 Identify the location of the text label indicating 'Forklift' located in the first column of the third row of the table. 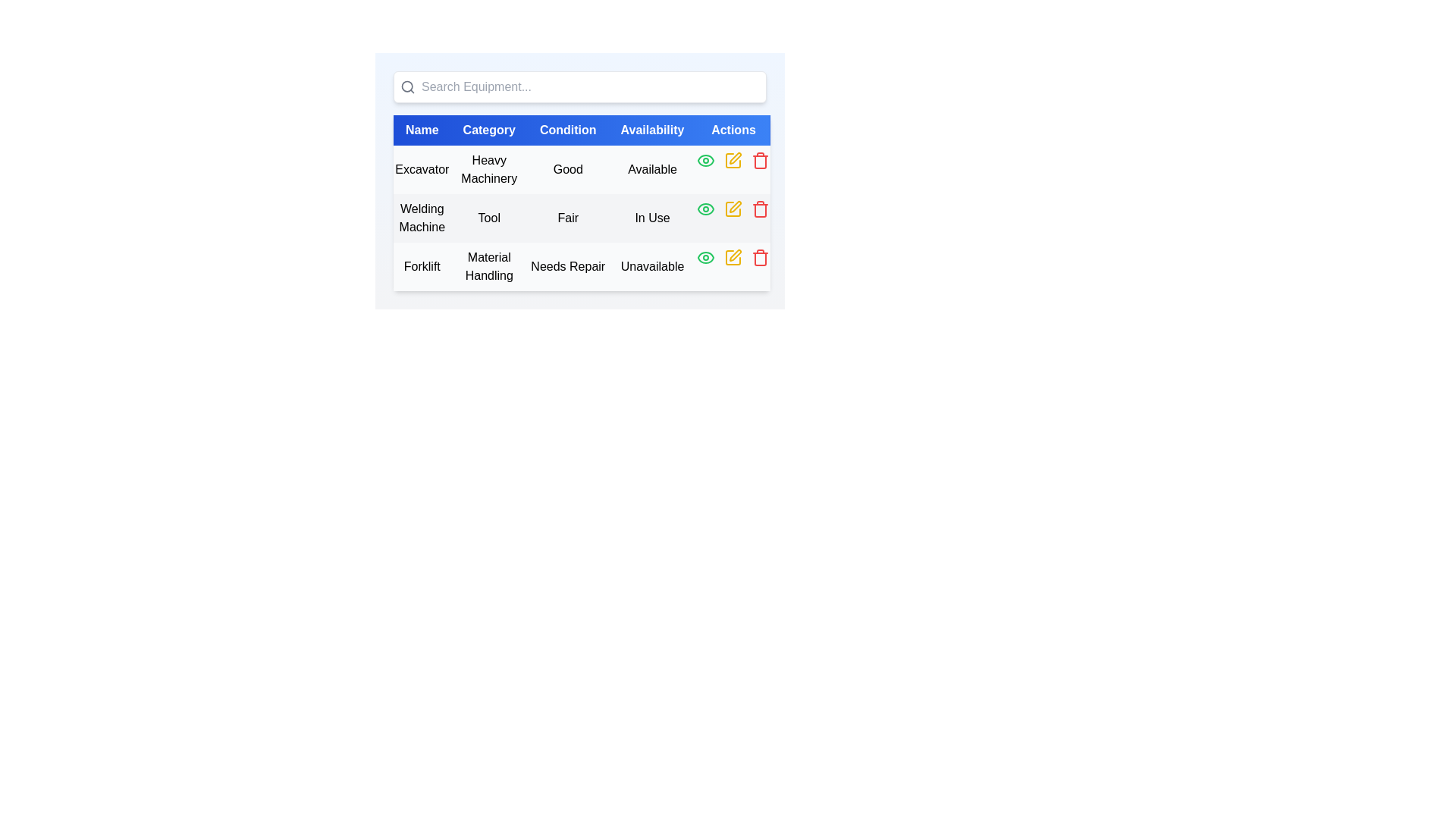
(422, 265).